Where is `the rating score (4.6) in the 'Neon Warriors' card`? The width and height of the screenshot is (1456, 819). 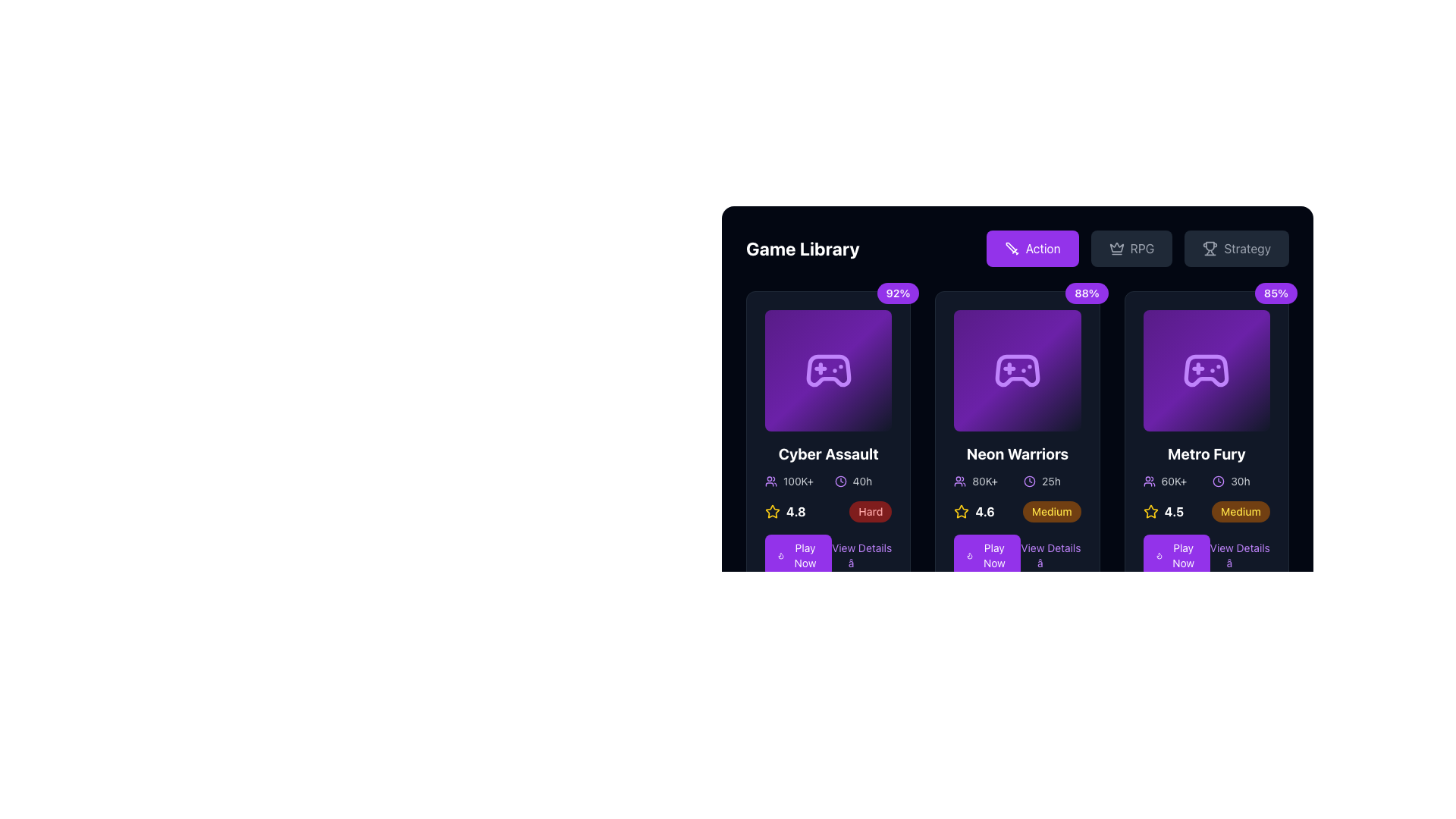
the rating score (4.6) in the 'Neon Warriors' card is located at coordinates (1018, 512).